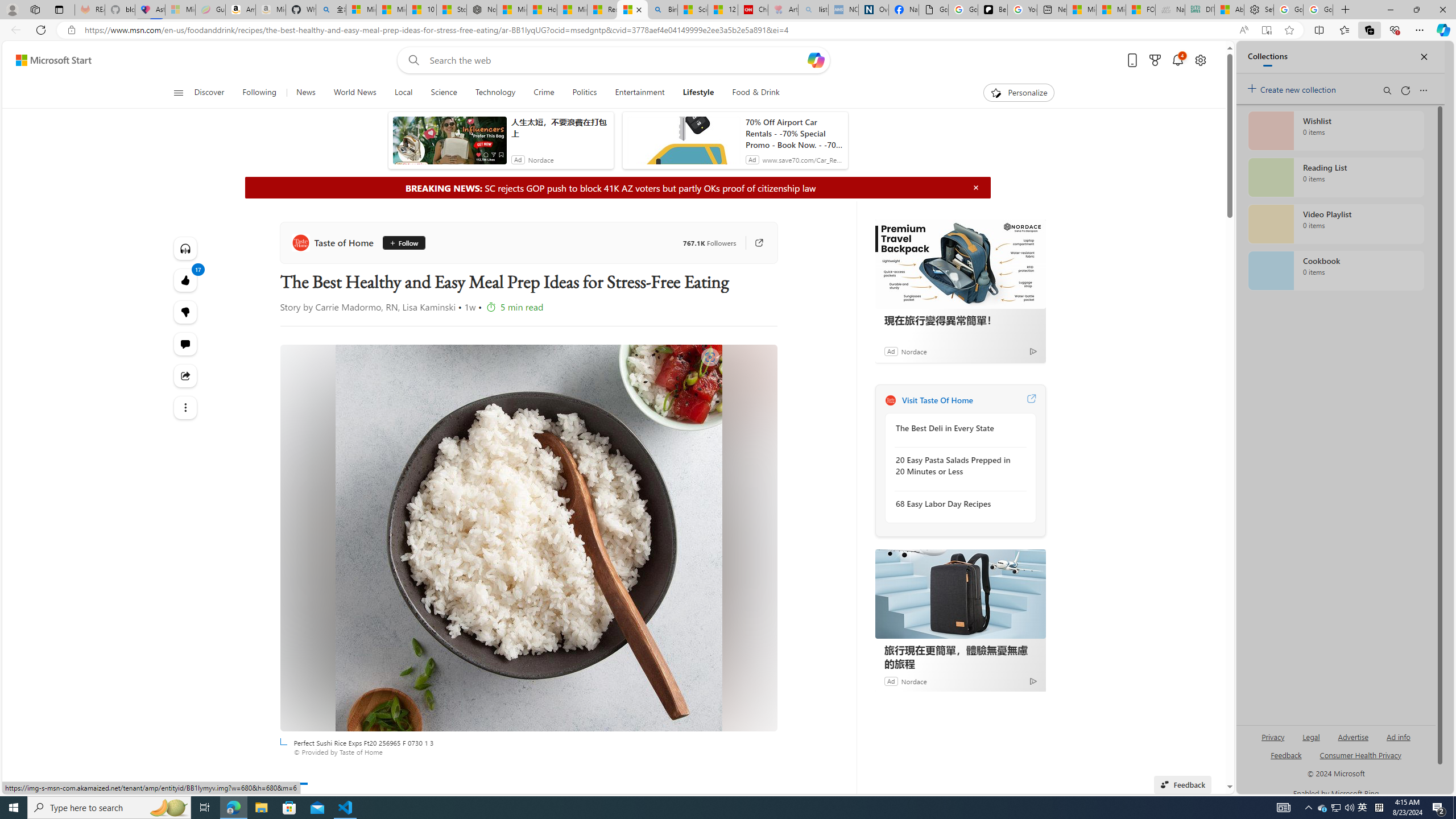 This screenshot has height=819, width=1456. What do you see at coordinates (1199, 9) in the screenshot?
I see `'DITOGAMES AG Imprint'` at bounding box center [1199, 9].